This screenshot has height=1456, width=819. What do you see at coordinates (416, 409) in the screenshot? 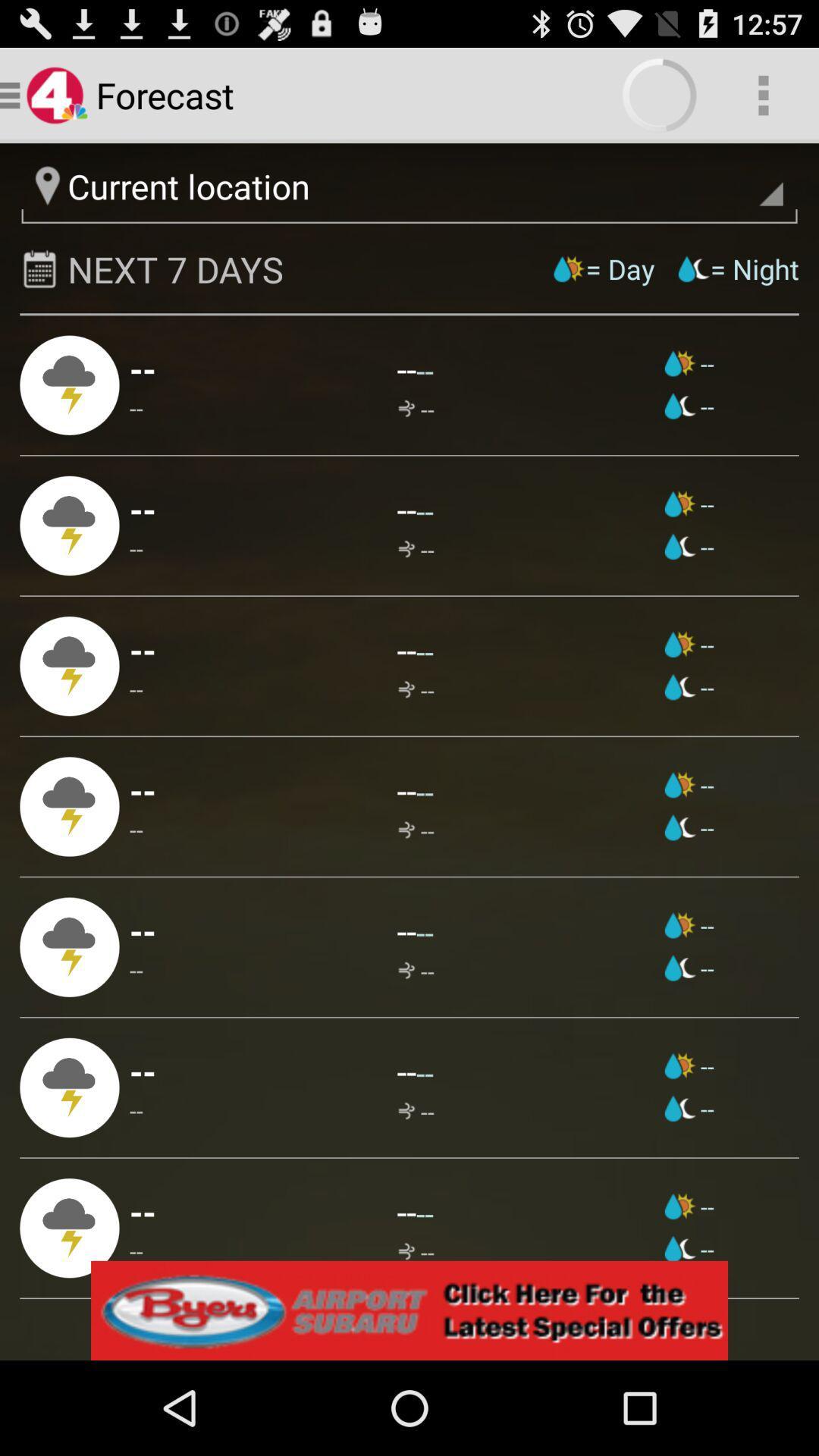
I see `the app next to --` at bounding box center [416, 409].